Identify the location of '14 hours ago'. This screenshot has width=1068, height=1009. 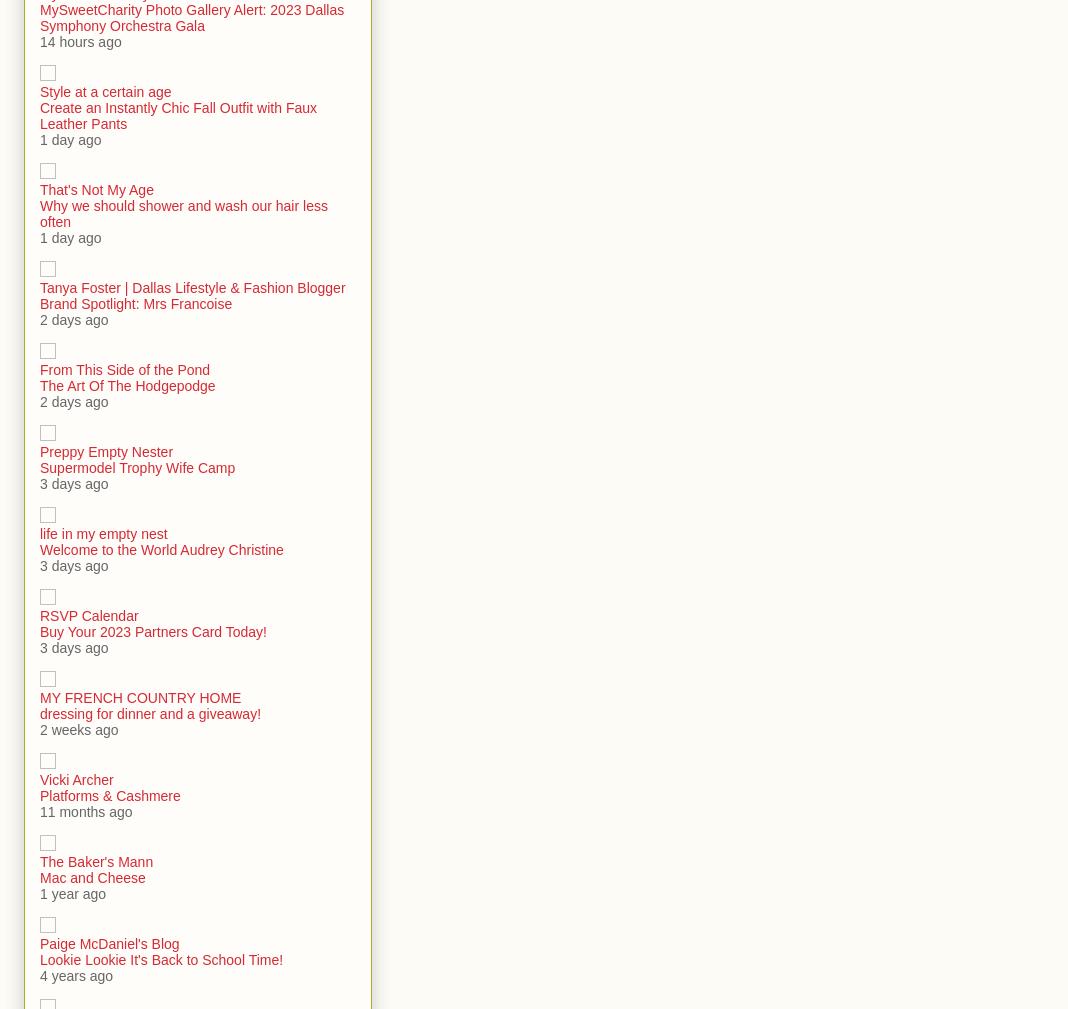
(79, 40).